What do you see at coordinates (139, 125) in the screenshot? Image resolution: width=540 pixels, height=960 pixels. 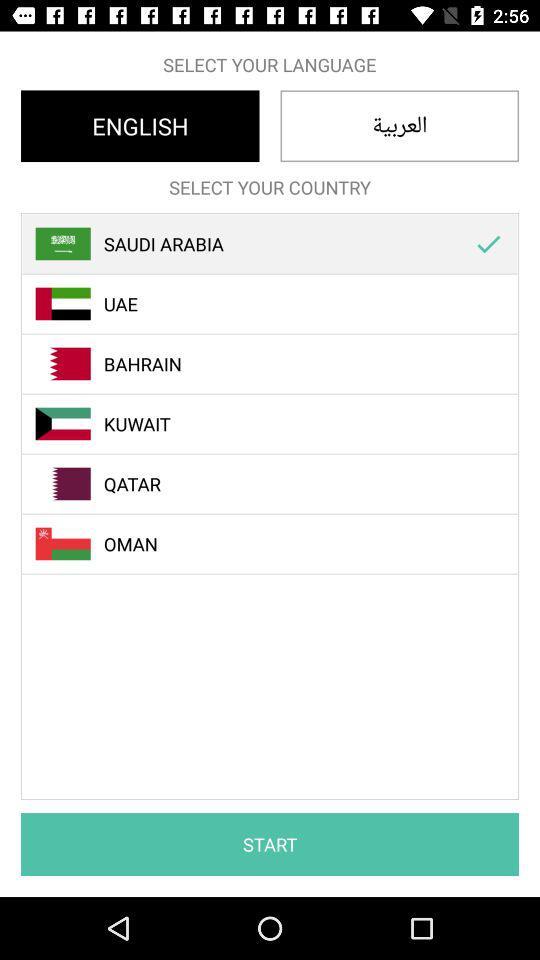 I see `english` at bounding box center [139, 125].